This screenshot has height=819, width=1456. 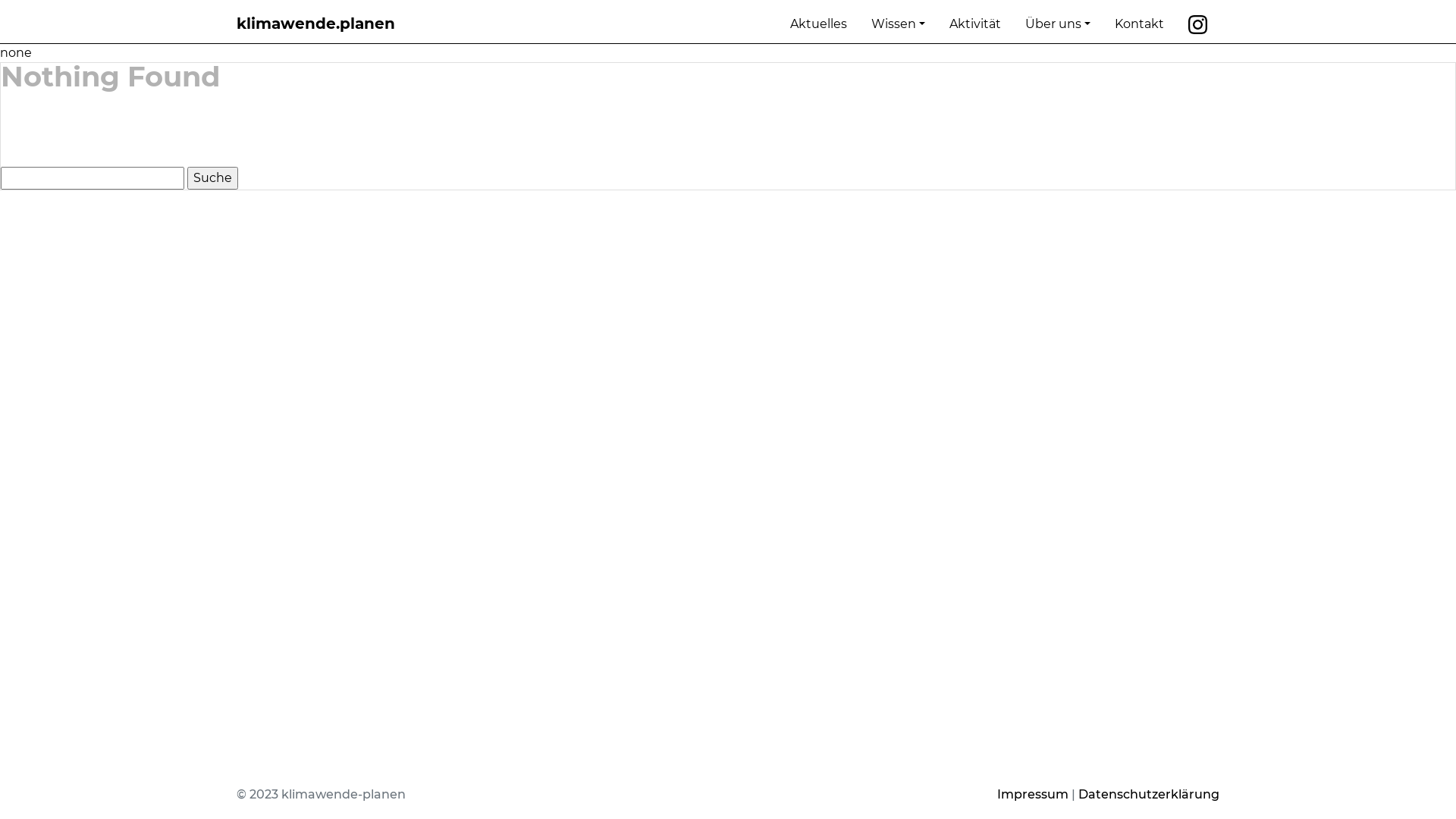 I want to click on 'Suche', so click(x=186, y=177).